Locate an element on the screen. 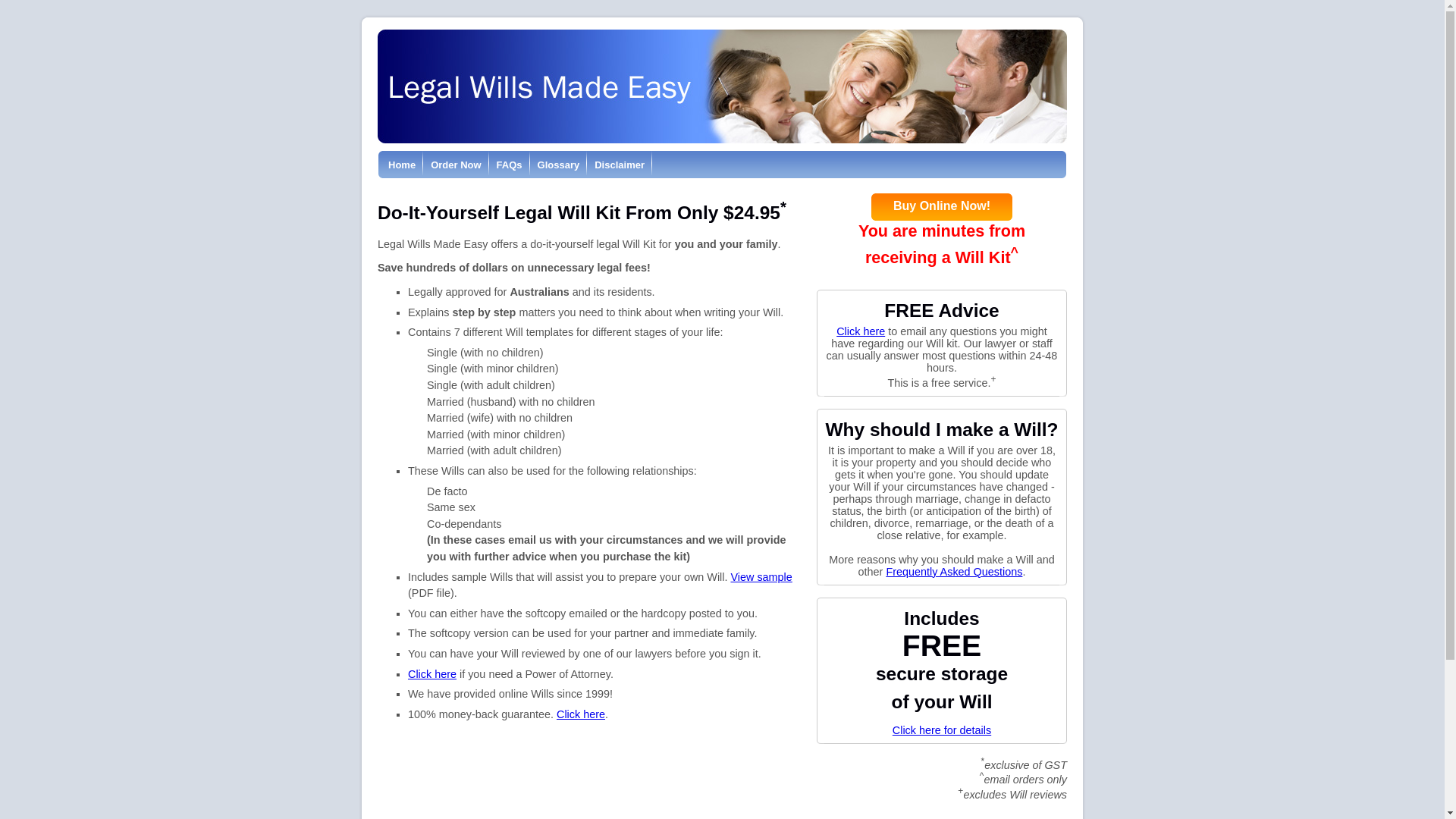 Image resolution: width=1456 pixels, height=819 pixels. 'Home' is located at coordinates (401, 165).